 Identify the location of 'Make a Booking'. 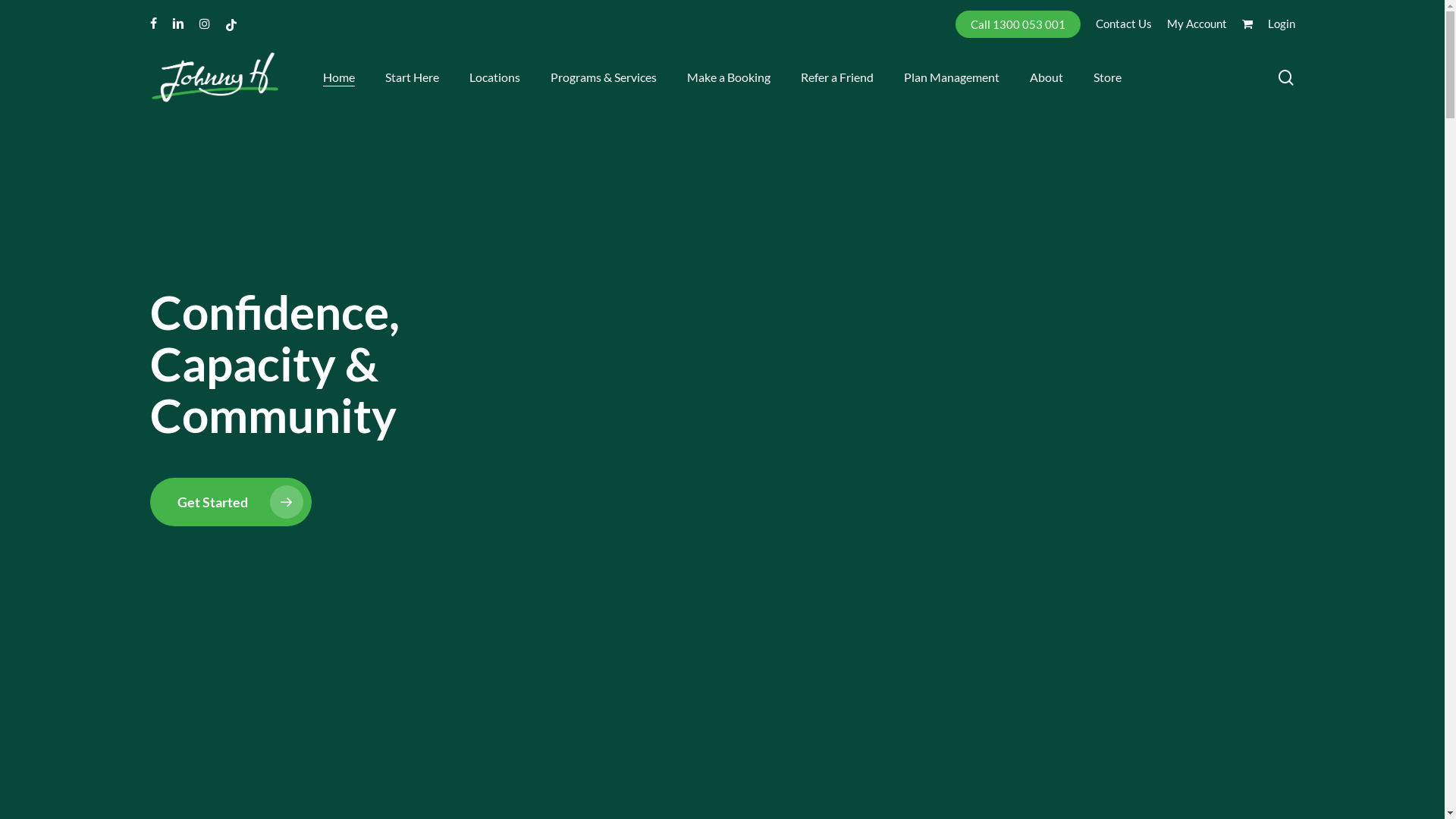
(728, 77).